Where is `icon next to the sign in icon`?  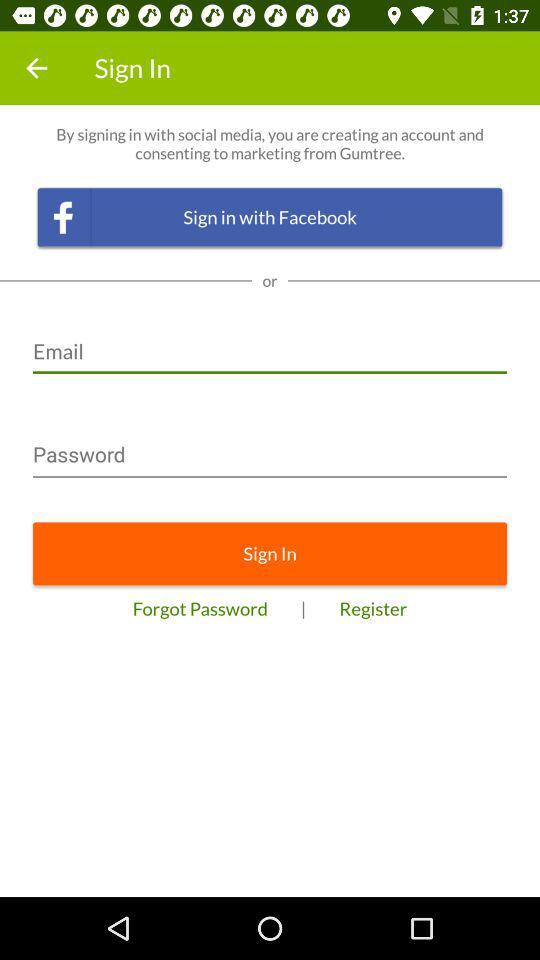 icon next to the sign in icon is located at coordinates (36, 68).